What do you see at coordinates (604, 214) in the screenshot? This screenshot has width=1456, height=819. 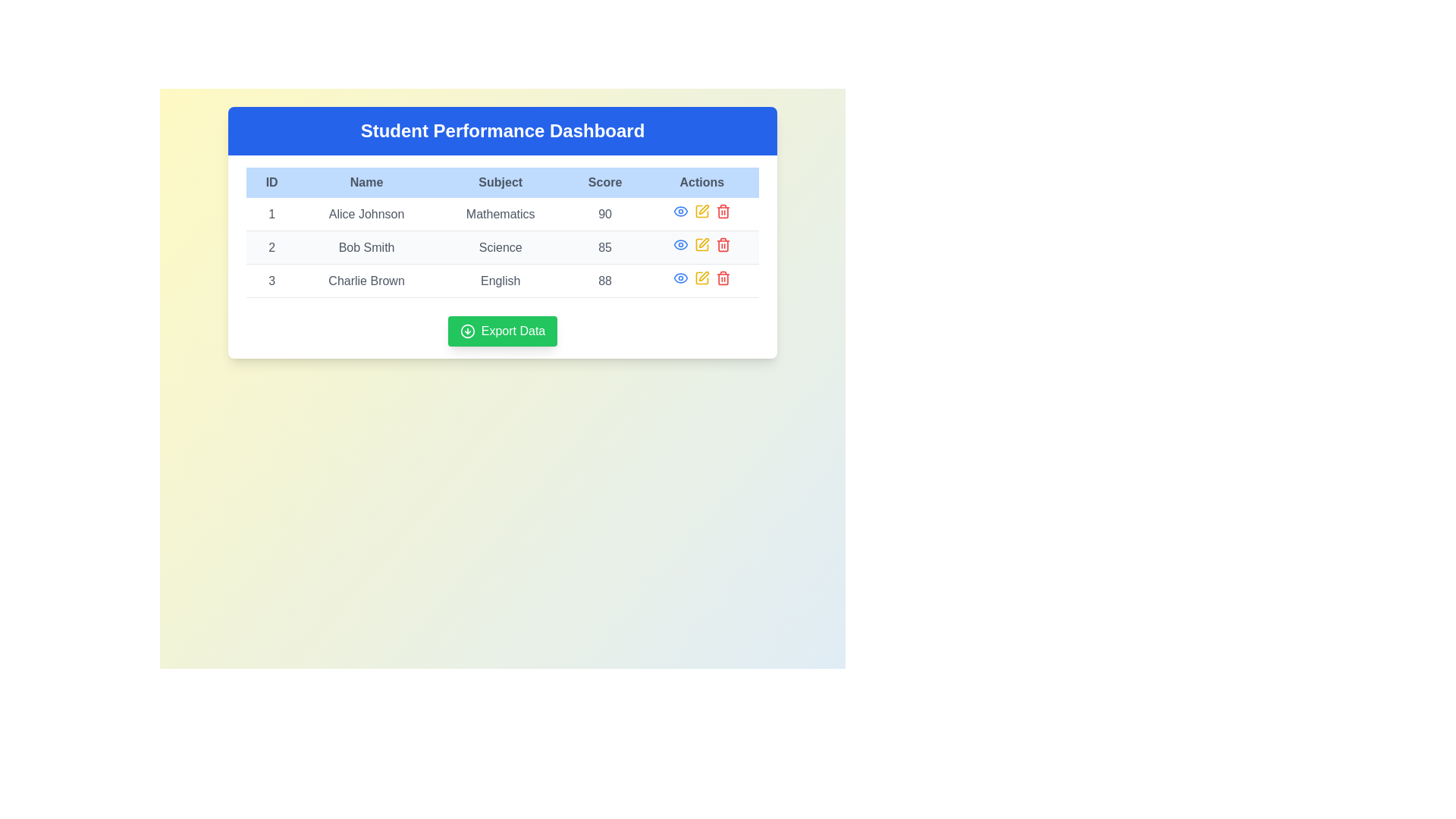 I see `the text component displaying the number '90' in black color with a white background, located in the fourth cell of the first row of a structured data grid for 'Alice Johnson'` at bounding box center [604, 214].